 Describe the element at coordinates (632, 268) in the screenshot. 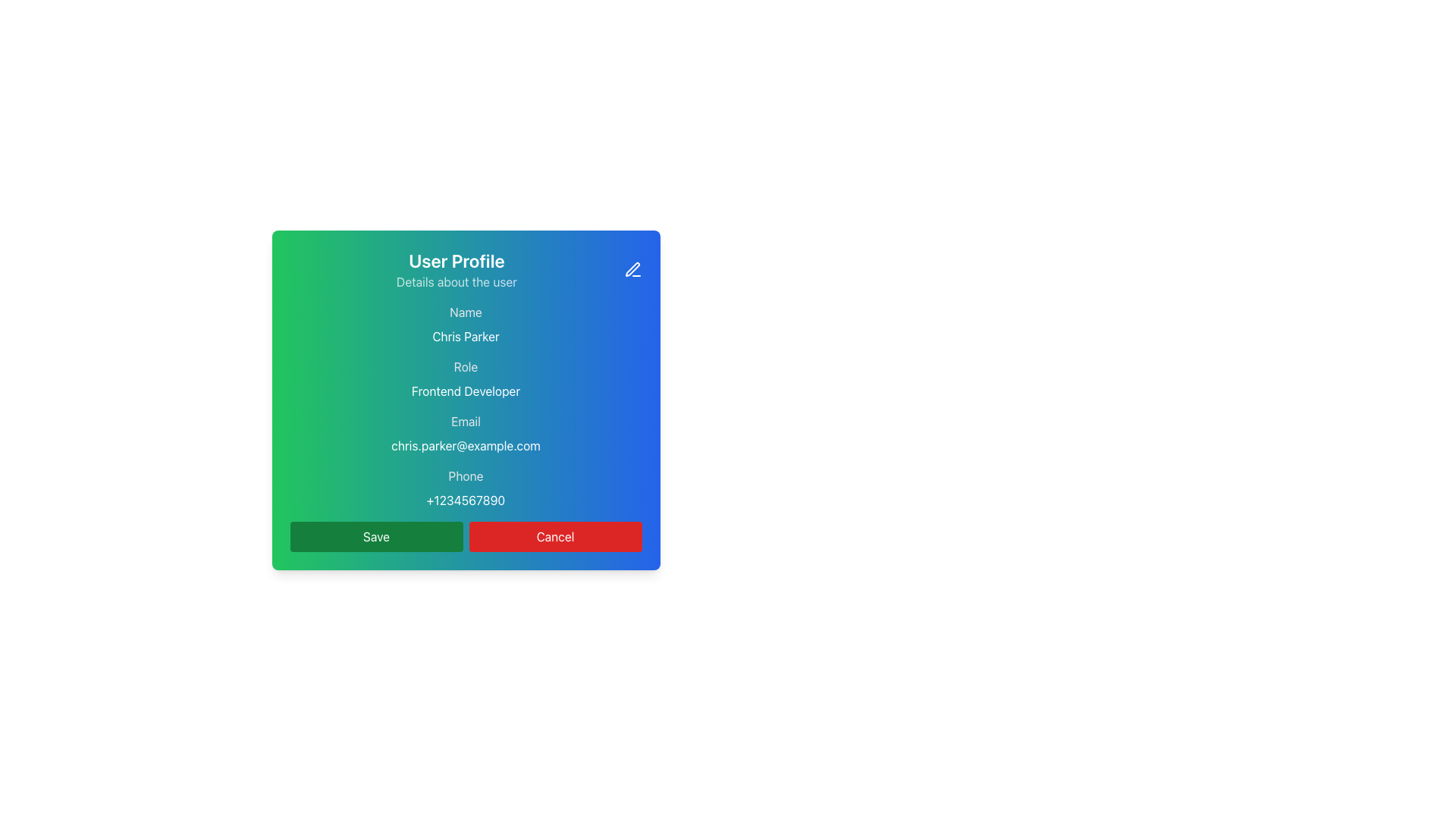

I see `the pen icon located in the top-right corner of the 'User Profile' panel` at that location.